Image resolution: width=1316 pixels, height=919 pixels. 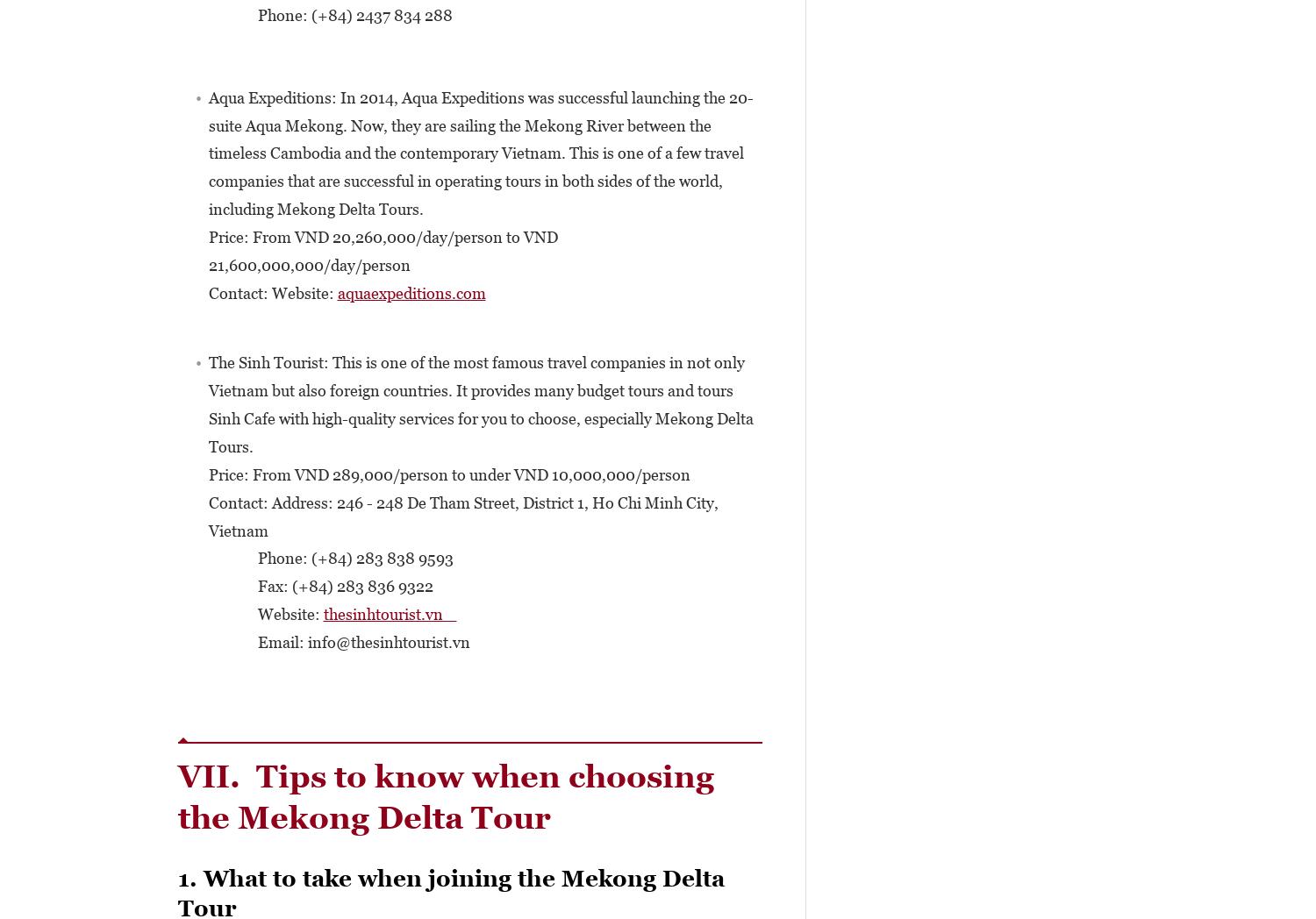 I want to click on 'aquaexpeditions.com', so click(x=410, y=292).